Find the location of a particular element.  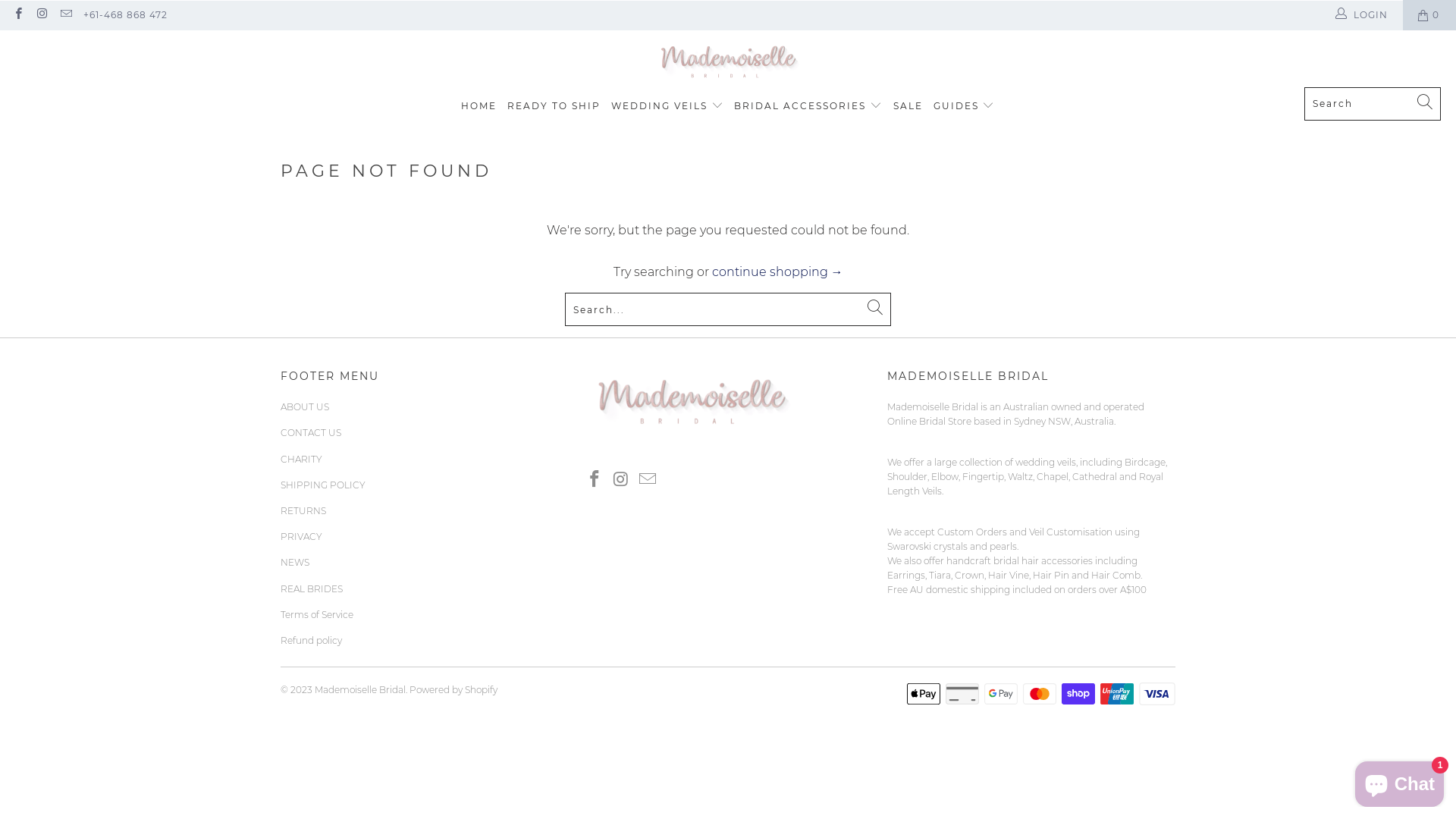

'Powered by Shopify' is located at coordinates (453, 689).